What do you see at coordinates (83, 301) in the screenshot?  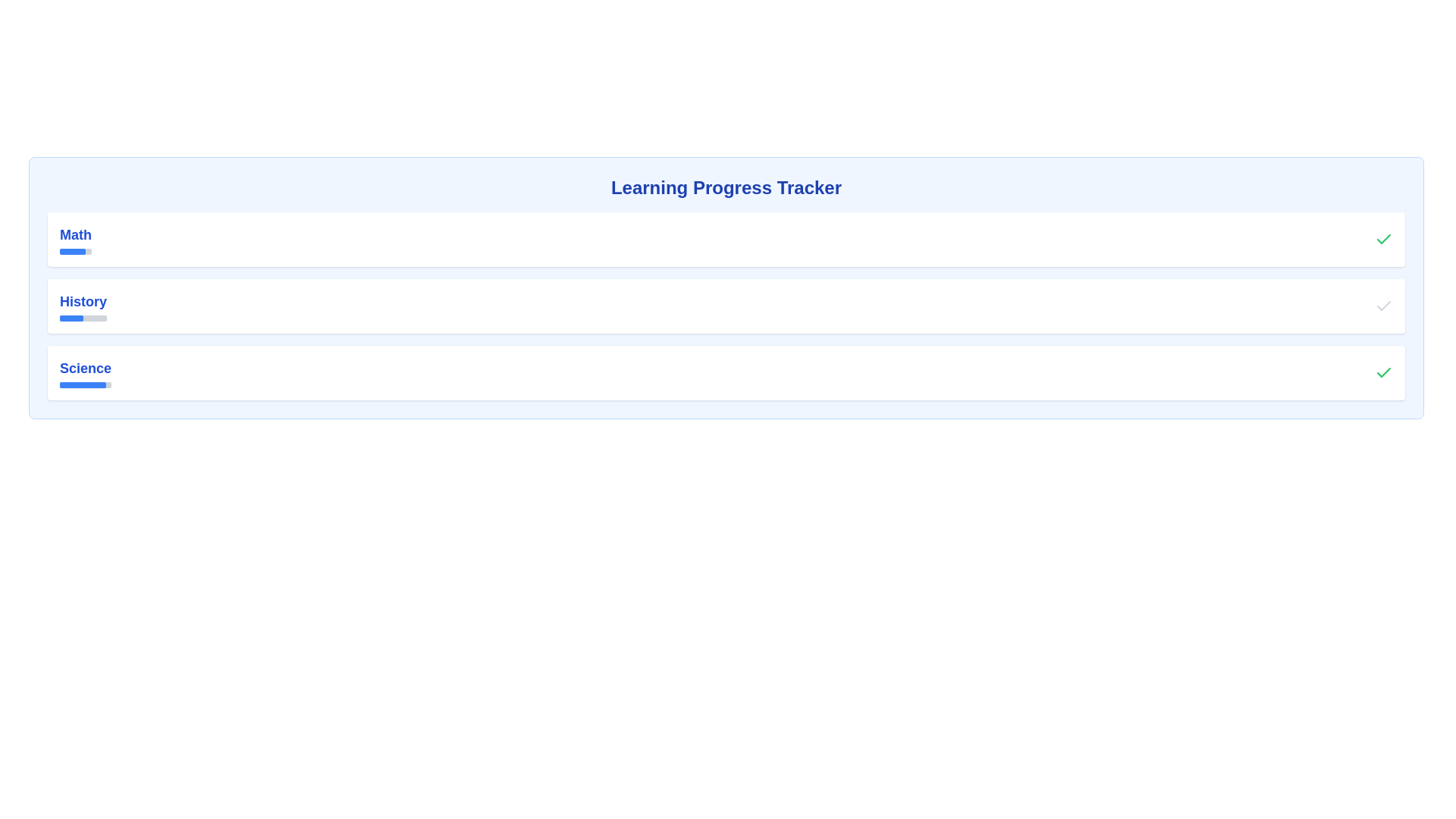 I see `the 'History' static text label which serves as the header for the History section of the learning tracker` at bounding box center [83, 301].